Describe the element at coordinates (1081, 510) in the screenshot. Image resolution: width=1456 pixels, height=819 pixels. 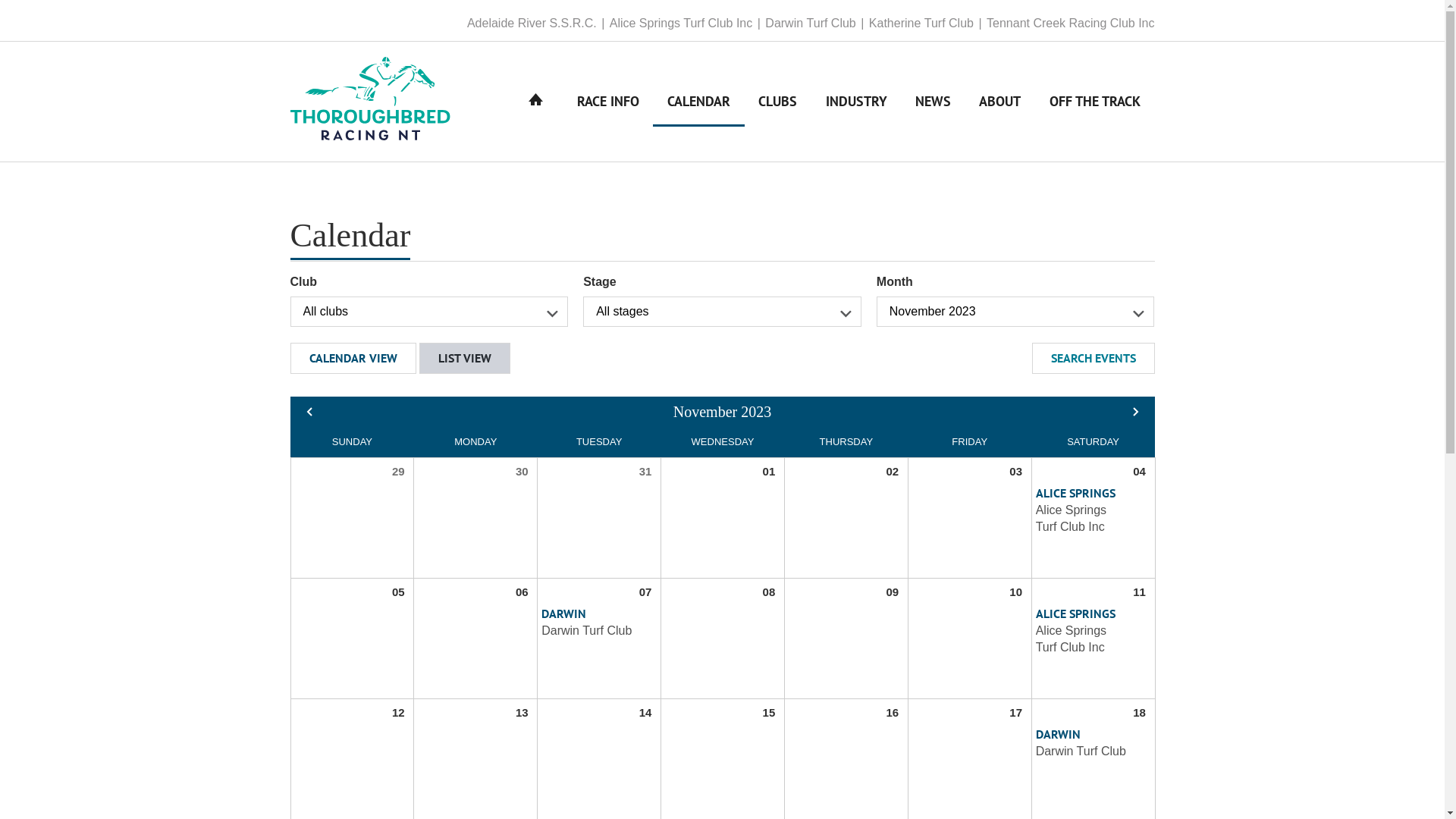
I see `'ALICE SPRINGS` at that location.